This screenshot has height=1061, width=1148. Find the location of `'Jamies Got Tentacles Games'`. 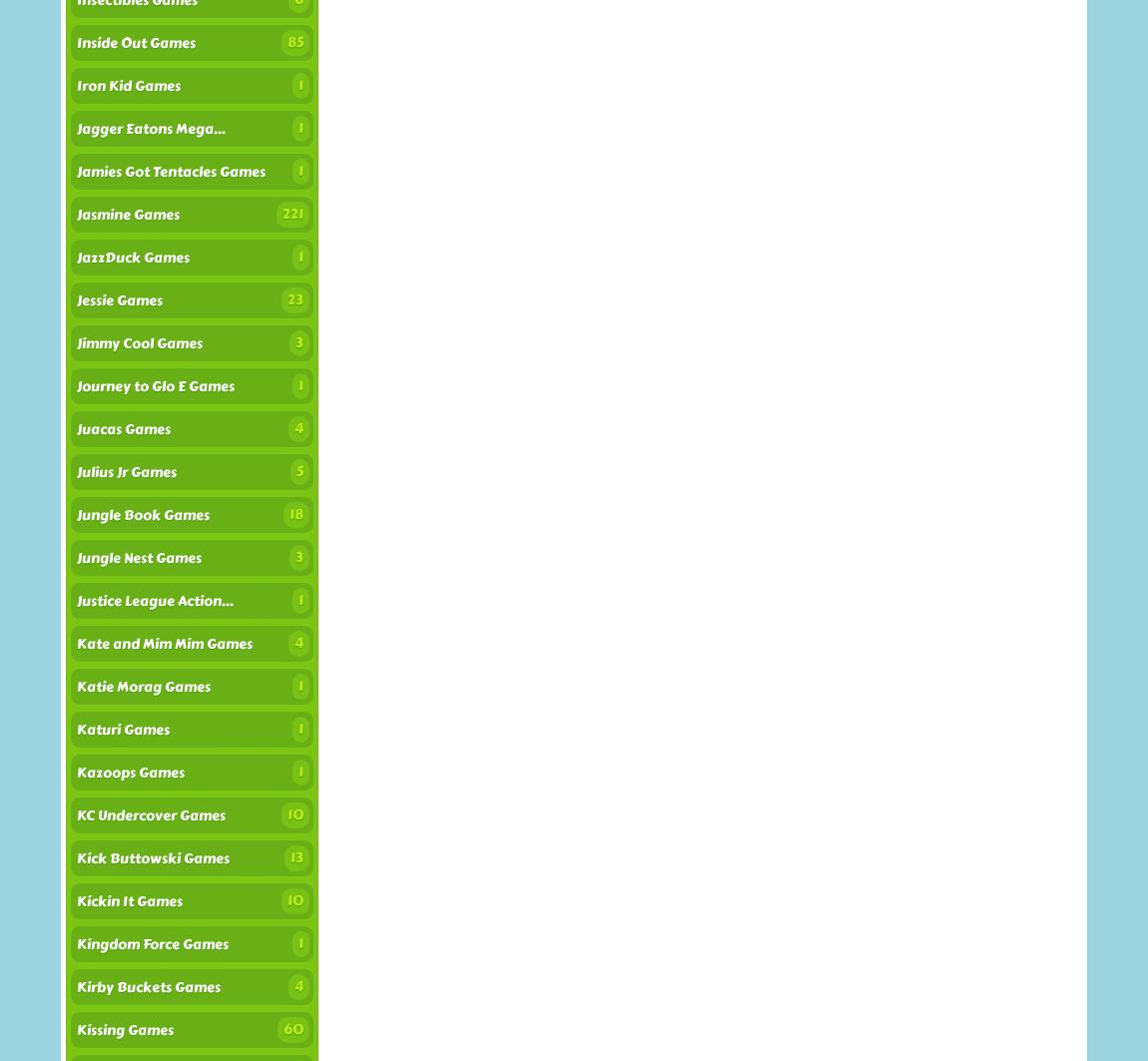

'Jamies Got Tentacles Games' is located at coordinates (170, 172).